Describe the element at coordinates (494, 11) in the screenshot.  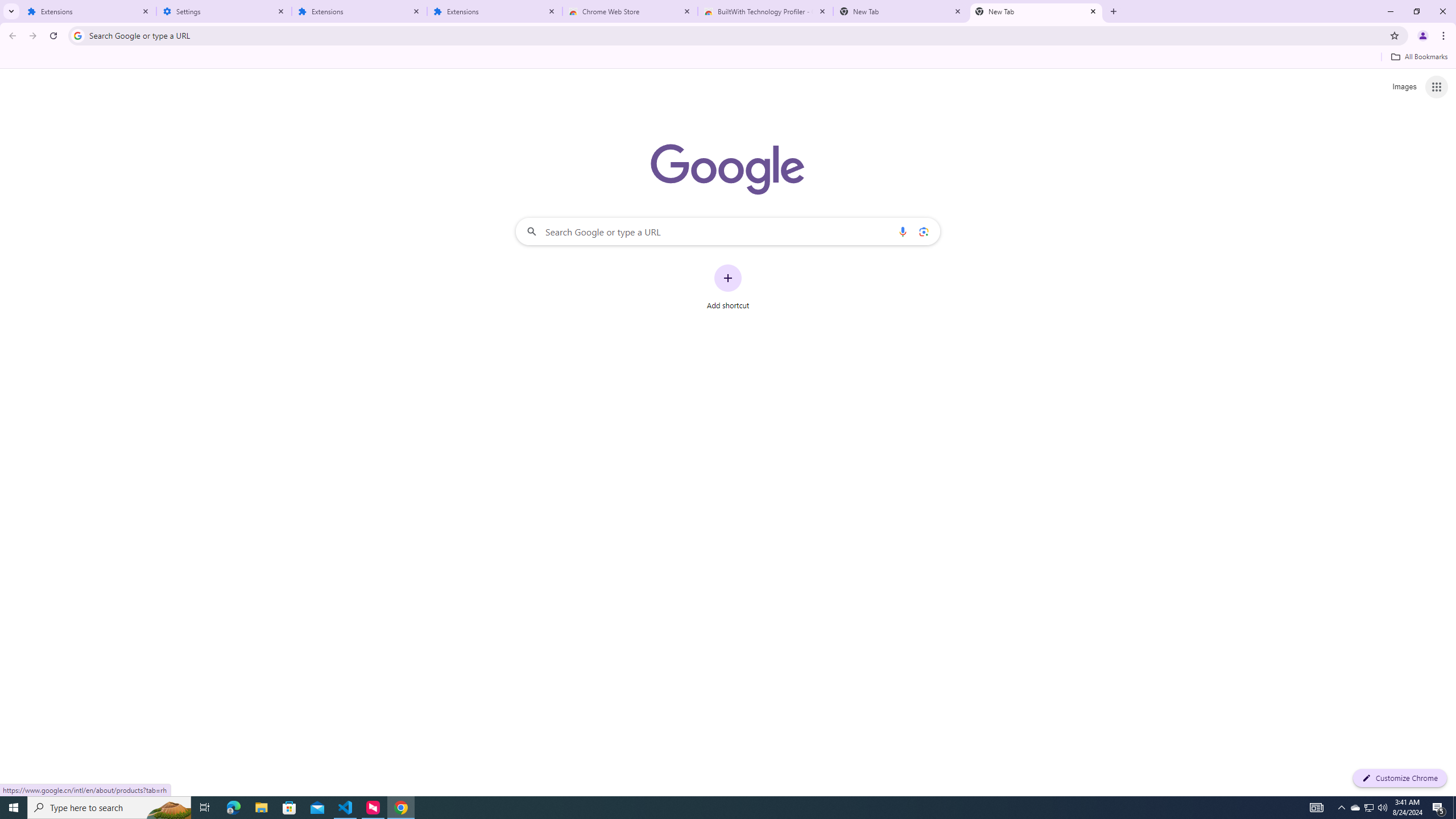
I see `'Extensions'` at that location.